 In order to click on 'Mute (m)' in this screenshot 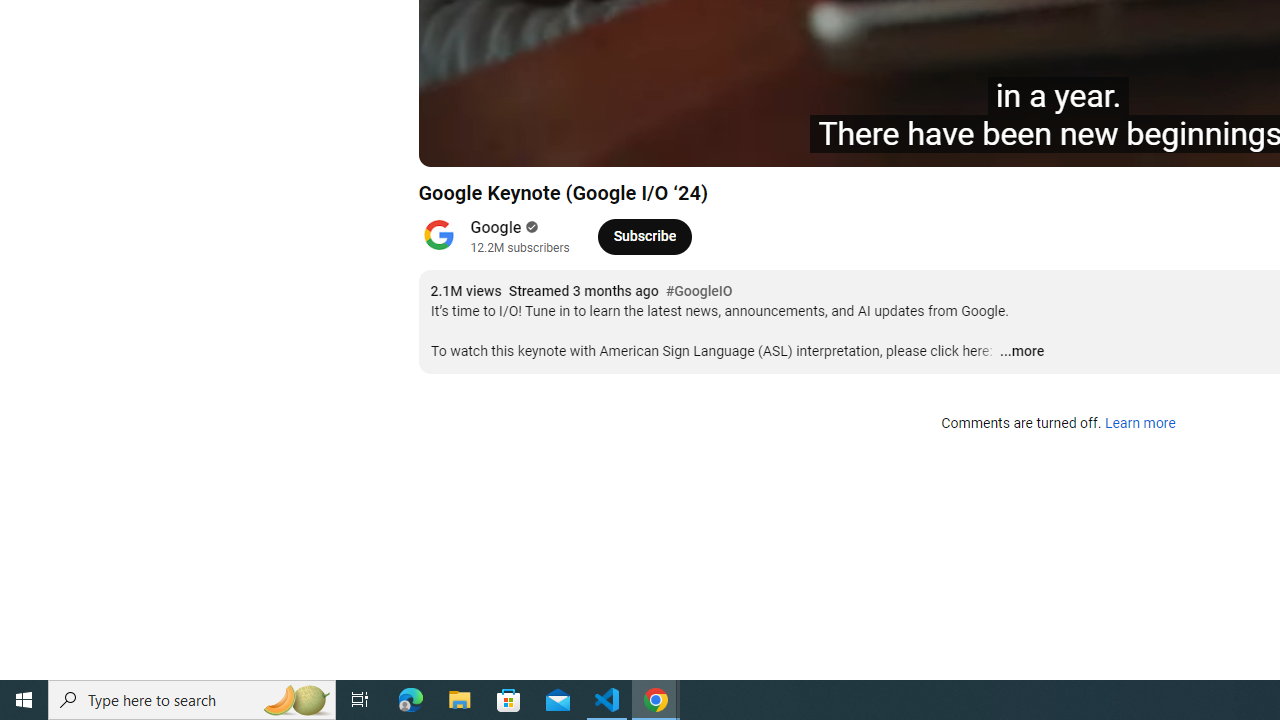, I will do `click(593, 141)`.